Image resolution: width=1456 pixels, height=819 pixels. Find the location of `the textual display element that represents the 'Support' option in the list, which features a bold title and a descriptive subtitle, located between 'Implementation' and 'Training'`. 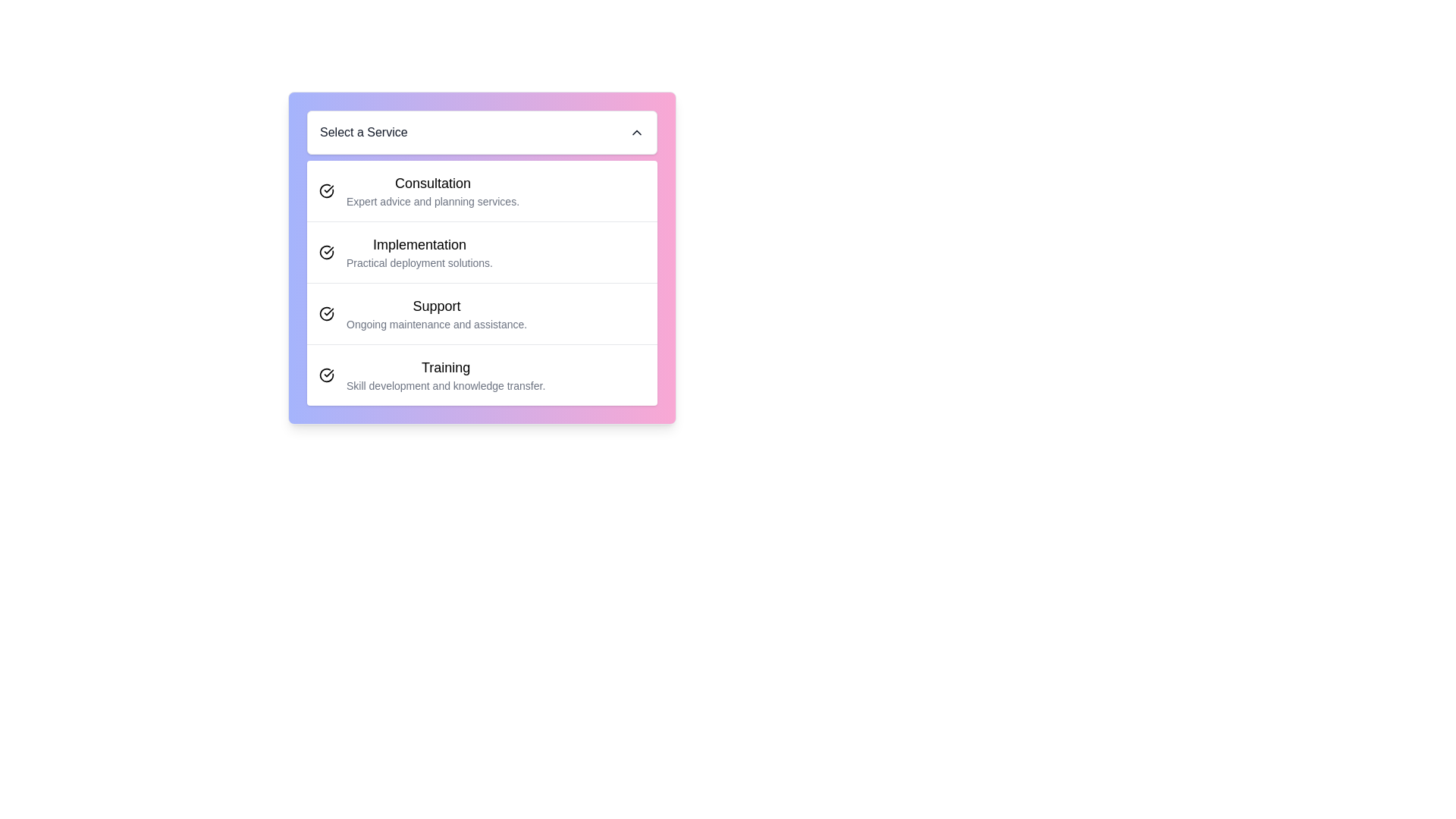

the textual display element that represents the 'Support' option in the list, which features a bold title and a descriptive subtitle, located between 'Implementation' and 'Training' is located at coordinates (436, 312).